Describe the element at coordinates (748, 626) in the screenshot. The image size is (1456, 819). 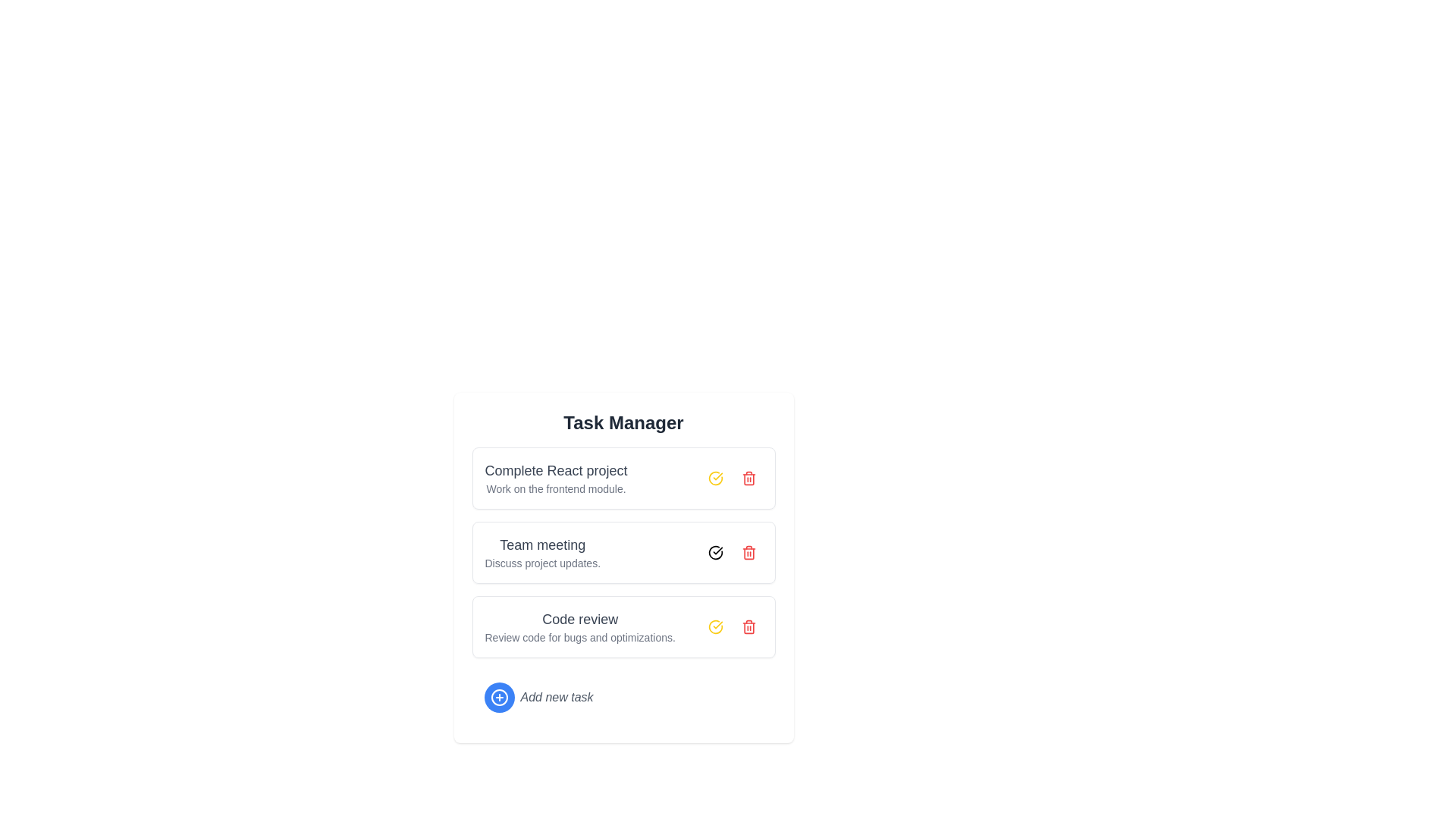
I see `the delete button for the 'Code review' task` at that location.